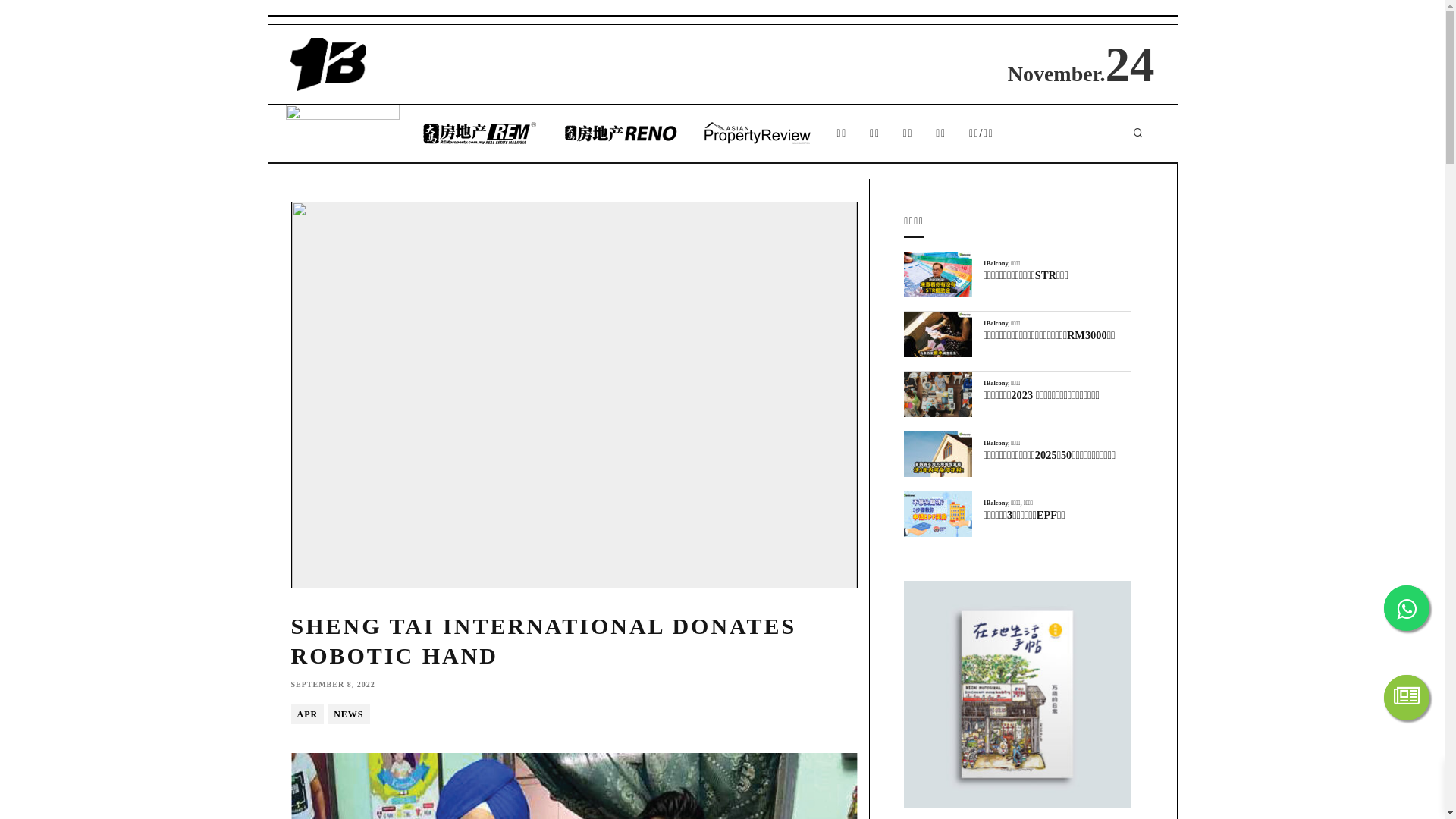 The height and width of the screenshot is (819, 1456). What do you see at coordinates (291, 714) in the screenshot?
I see `'APR'` at bounding box center [291, 714].